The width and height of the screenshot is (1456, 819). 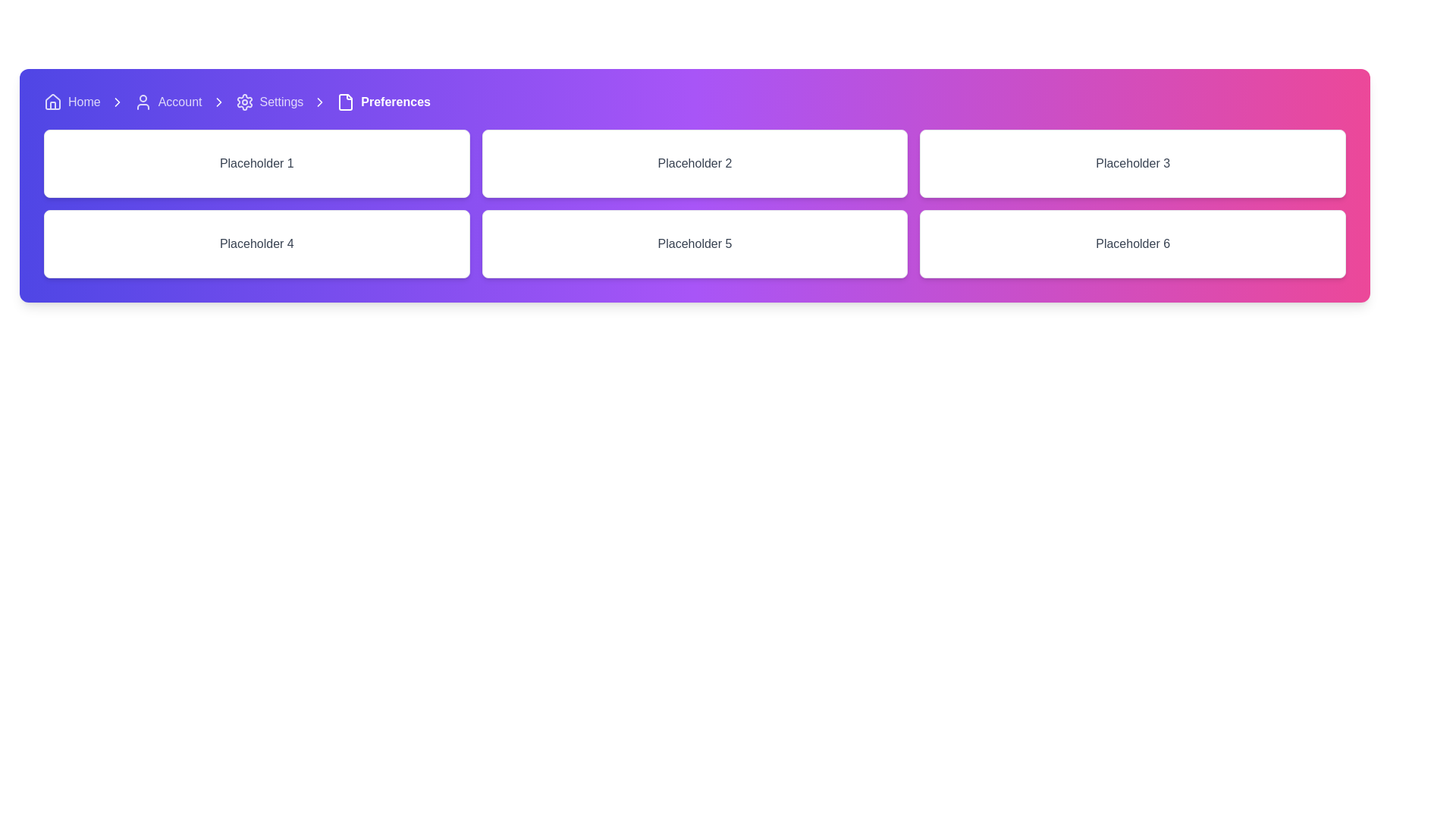 I want to click on the gear icon with a purple background in the navigation breadcrumb bar, so click(x=244, y=102).